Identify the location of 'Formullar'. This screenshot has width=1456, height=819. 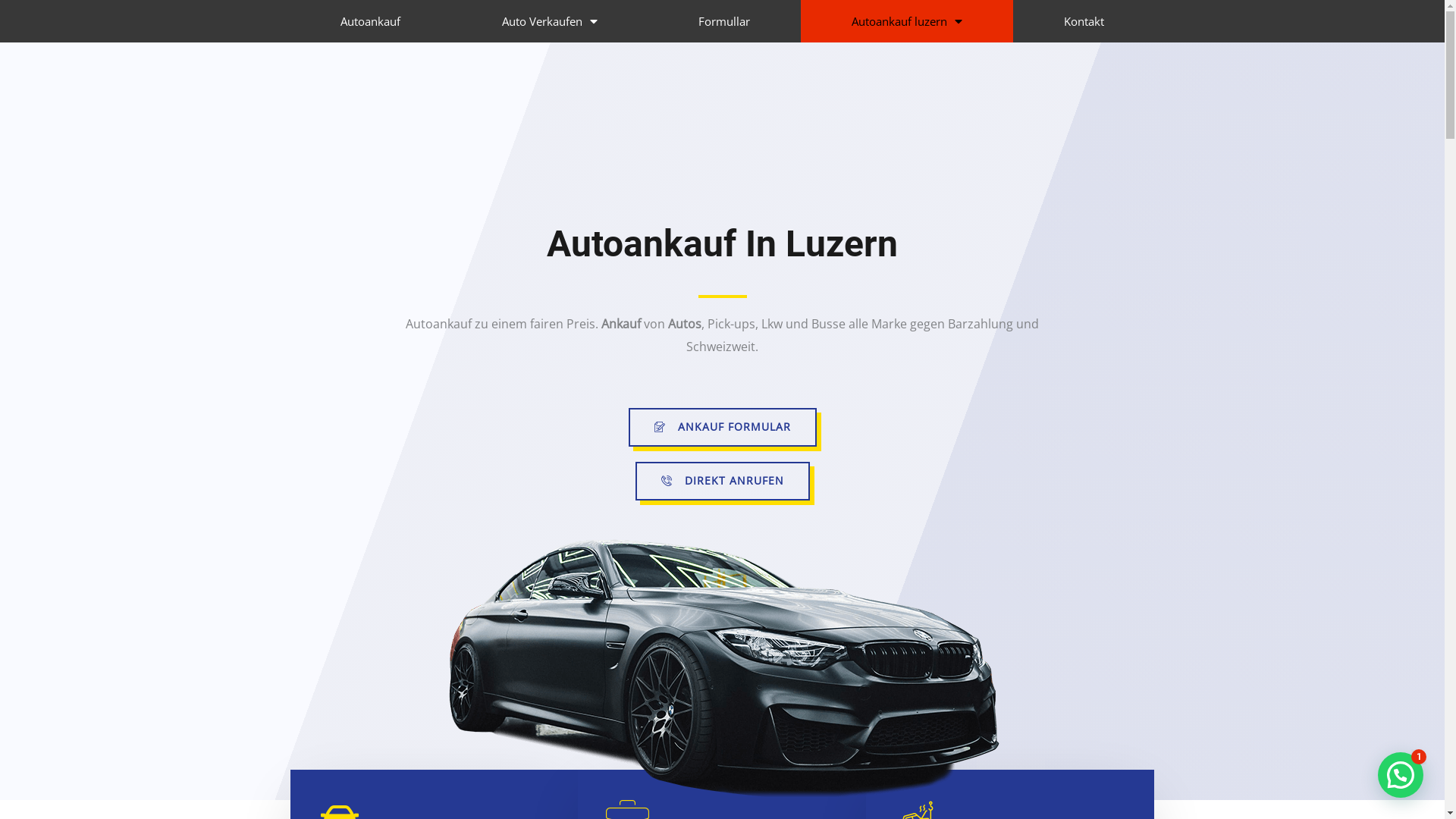
(723, 20).